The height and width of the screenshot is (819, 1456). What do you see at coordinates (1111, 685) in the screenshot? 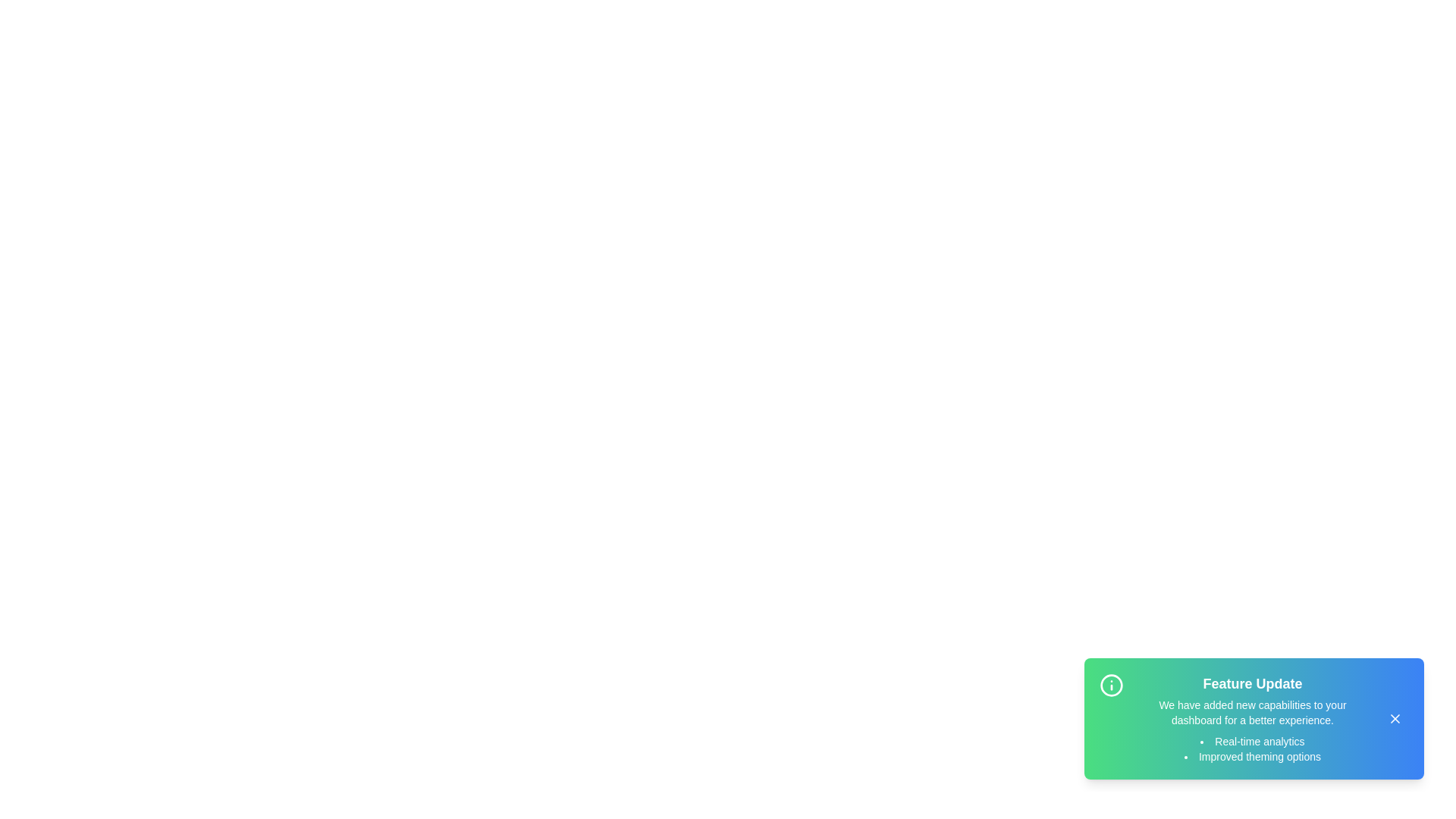
I see `the information icon to emphasize its presence` at bounding box center [1111, 685].